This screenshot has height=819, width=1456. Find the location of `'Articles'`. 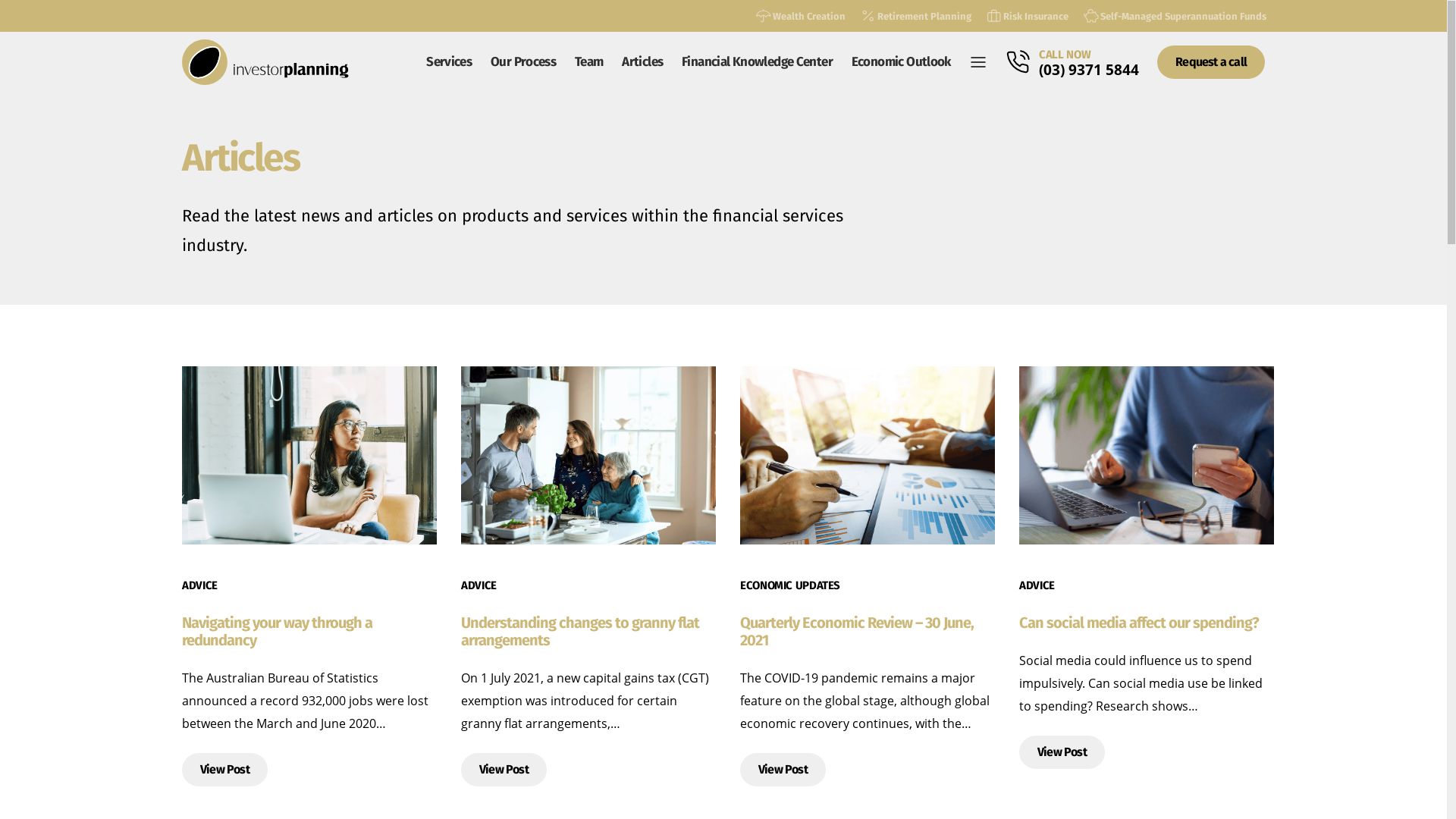

'Articles' is located at coordinates (642, 61).